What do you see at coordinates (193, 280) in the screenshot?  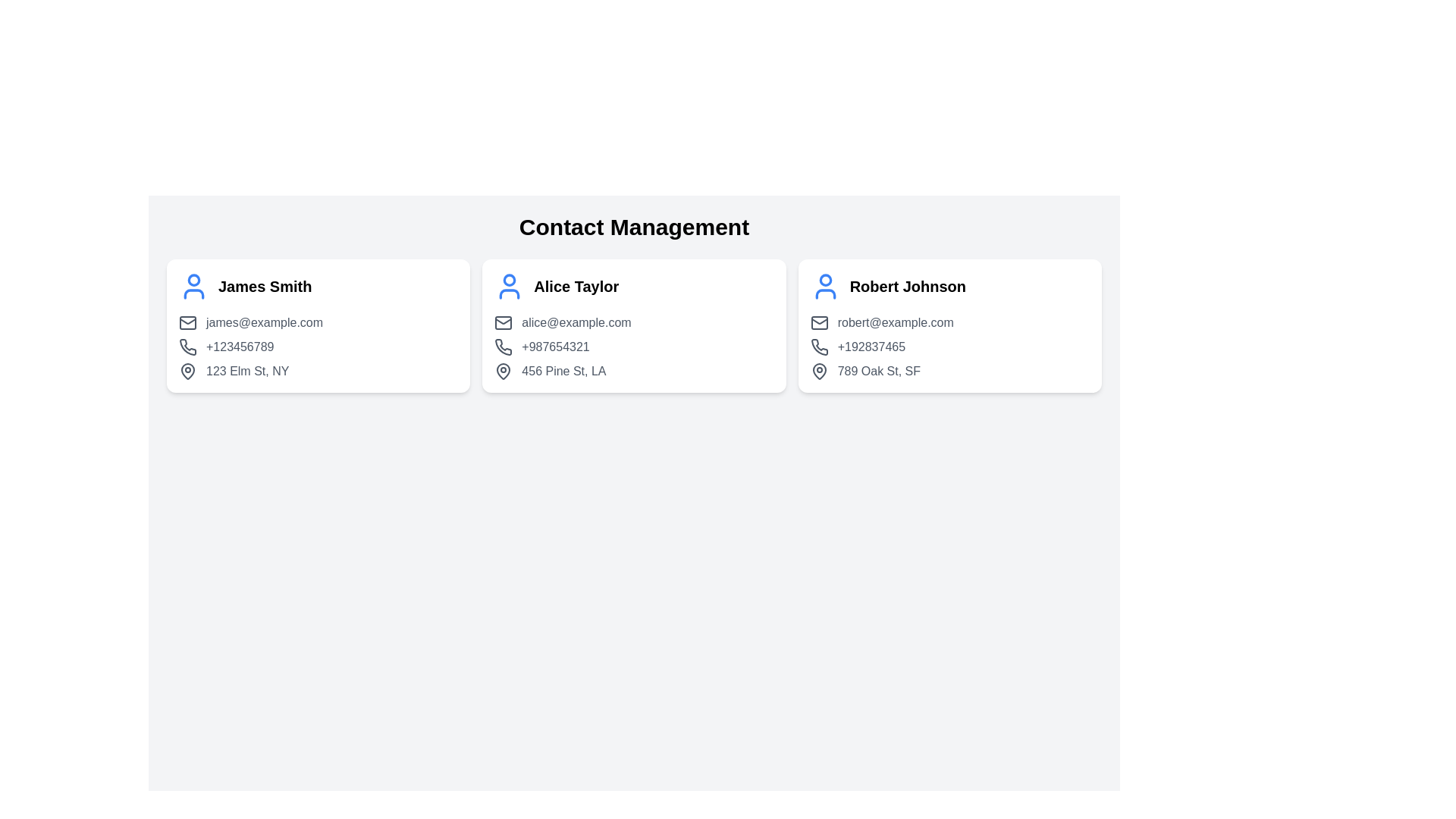 I see `the user's avatar head represented as an SVG circle element located at the top of the user icon, which is the leftmost in the row of user cards` at bounding box center [193, 280].